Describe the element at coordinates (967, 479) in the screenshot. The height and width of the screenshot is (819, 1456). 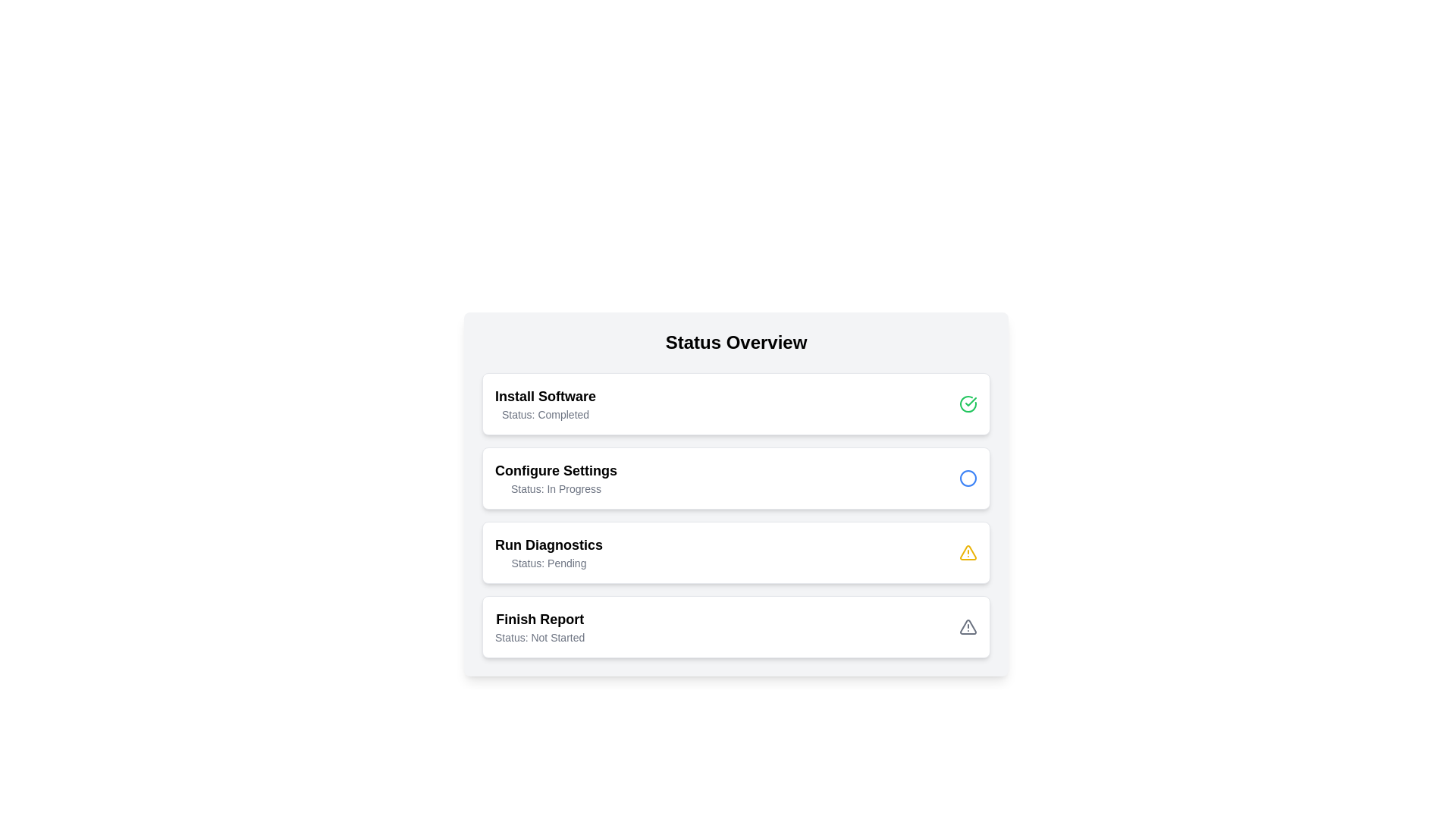
I see `the circular status indicator icon with a blue border located in the 'Configure Settings' section, aligned to the far right of the box labeled 'Status: In Progress'` at that location.